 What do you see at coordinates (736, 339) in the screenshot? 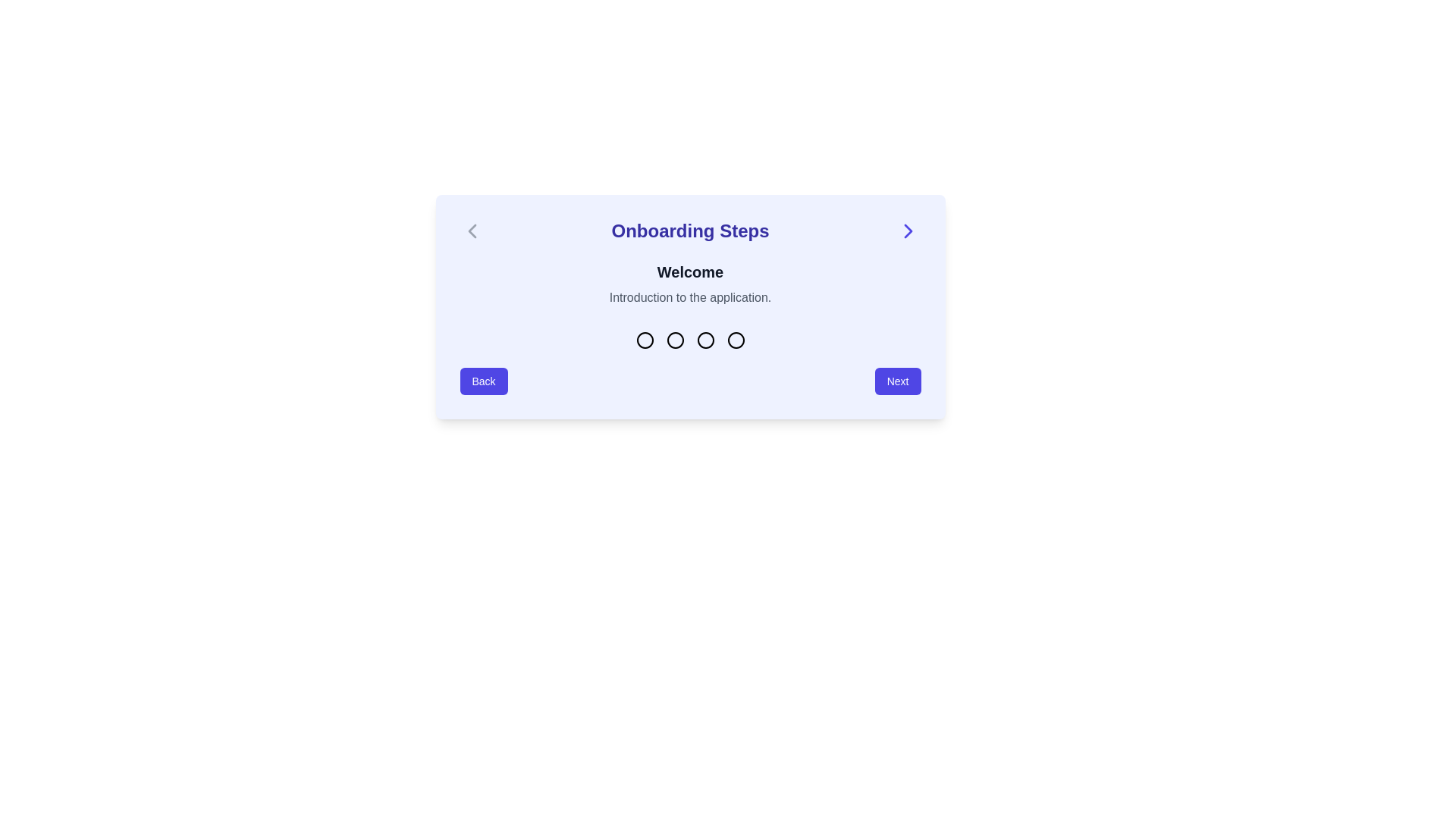
I see `the state change of the fourth Step Indicator Dot, which visually represents progress in a sequence of steps, located centrally beneath the 'Welcome' text and above the 'Back' and 'Next' navigation buttons` at bounding box center [736, 339].